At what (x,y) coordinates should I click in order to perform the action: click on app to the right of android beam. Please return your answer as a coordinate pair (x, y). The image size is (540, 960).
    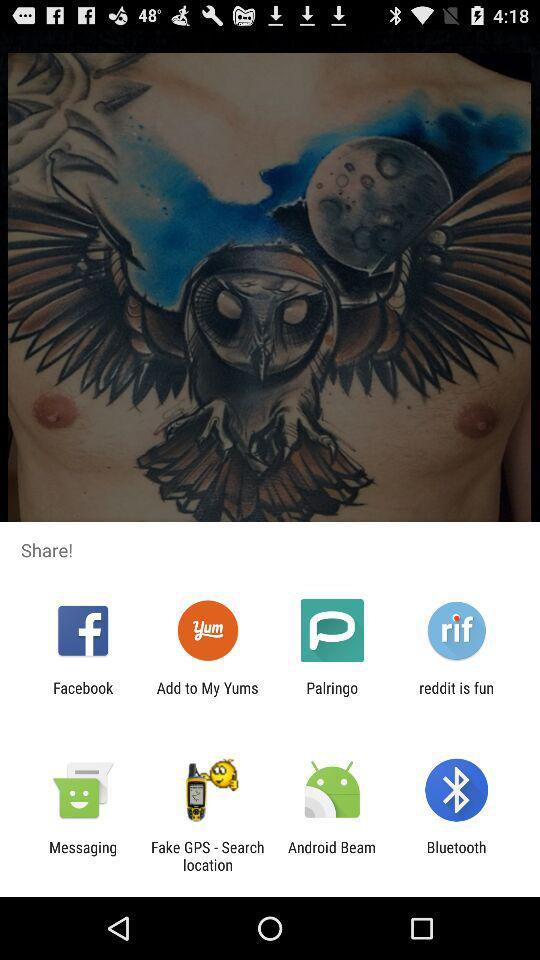
    Looking at the image, I should click on (456, 855).